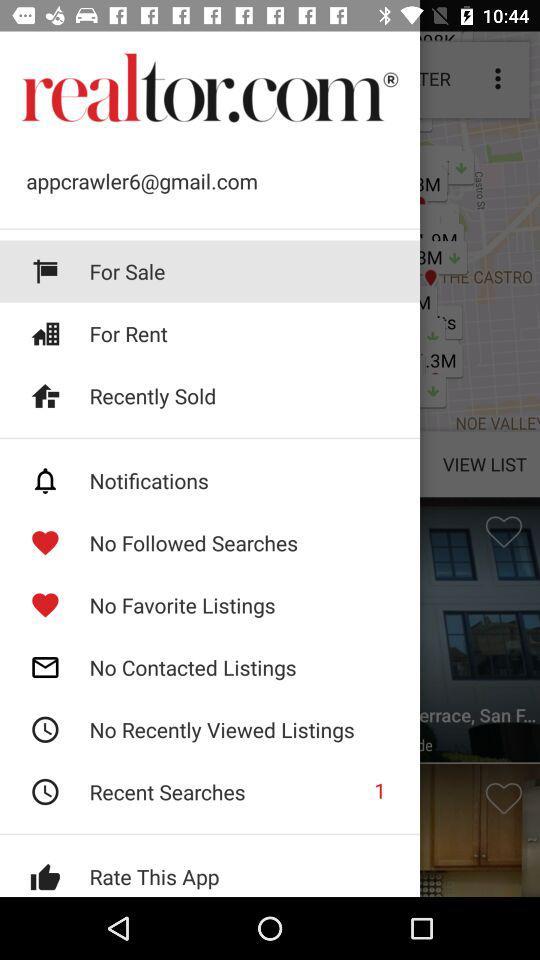 The image size is (540, 960). What do you see at coordinates (481, 772) in the screenshot?
I see `the favorite icon` at bounding box center [481, 772].